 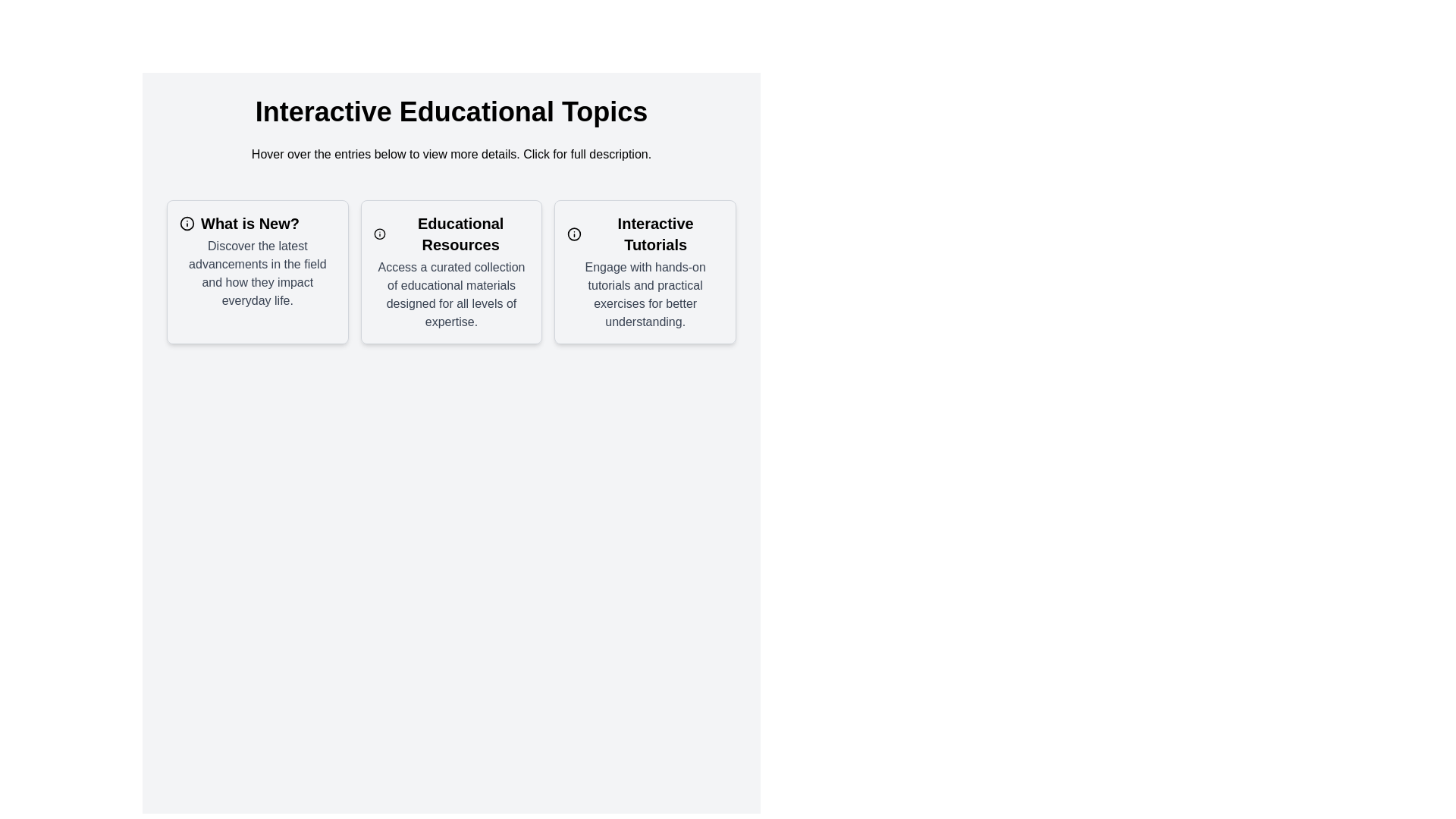 What do you see at coordinates (450, 155) in the screenshot?
I see `instructional banner text located beneath the heading 'Interactive Educational Topics', which states 'Hover over the entries below to view more details. Click for full description.'` at bounding box center [450, 155].